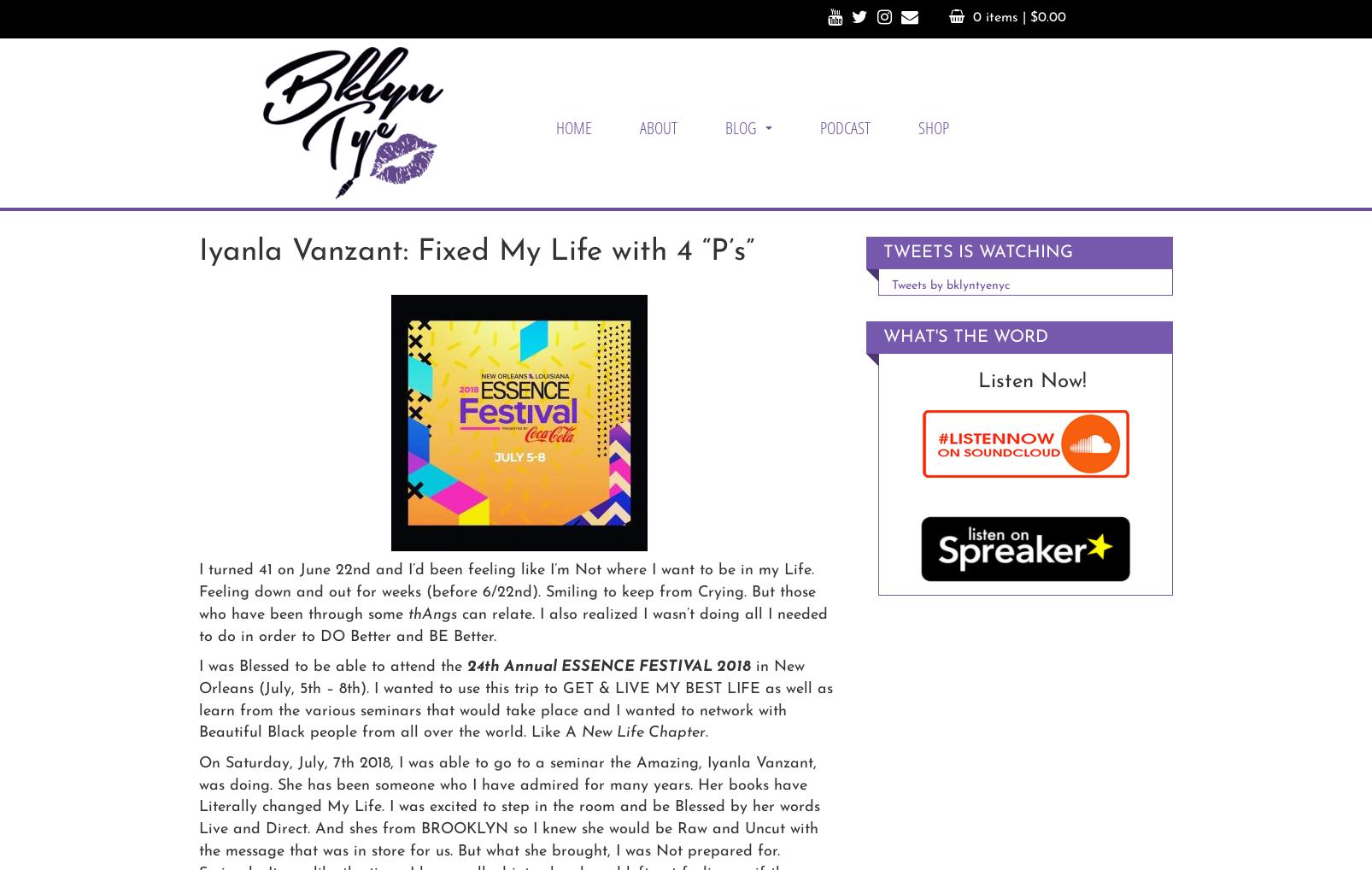  Describe the element at coordinates (608, 667) in the screenshot. I see `'24th Annual ESSENCE FESTIVAL 2018'` at that location.